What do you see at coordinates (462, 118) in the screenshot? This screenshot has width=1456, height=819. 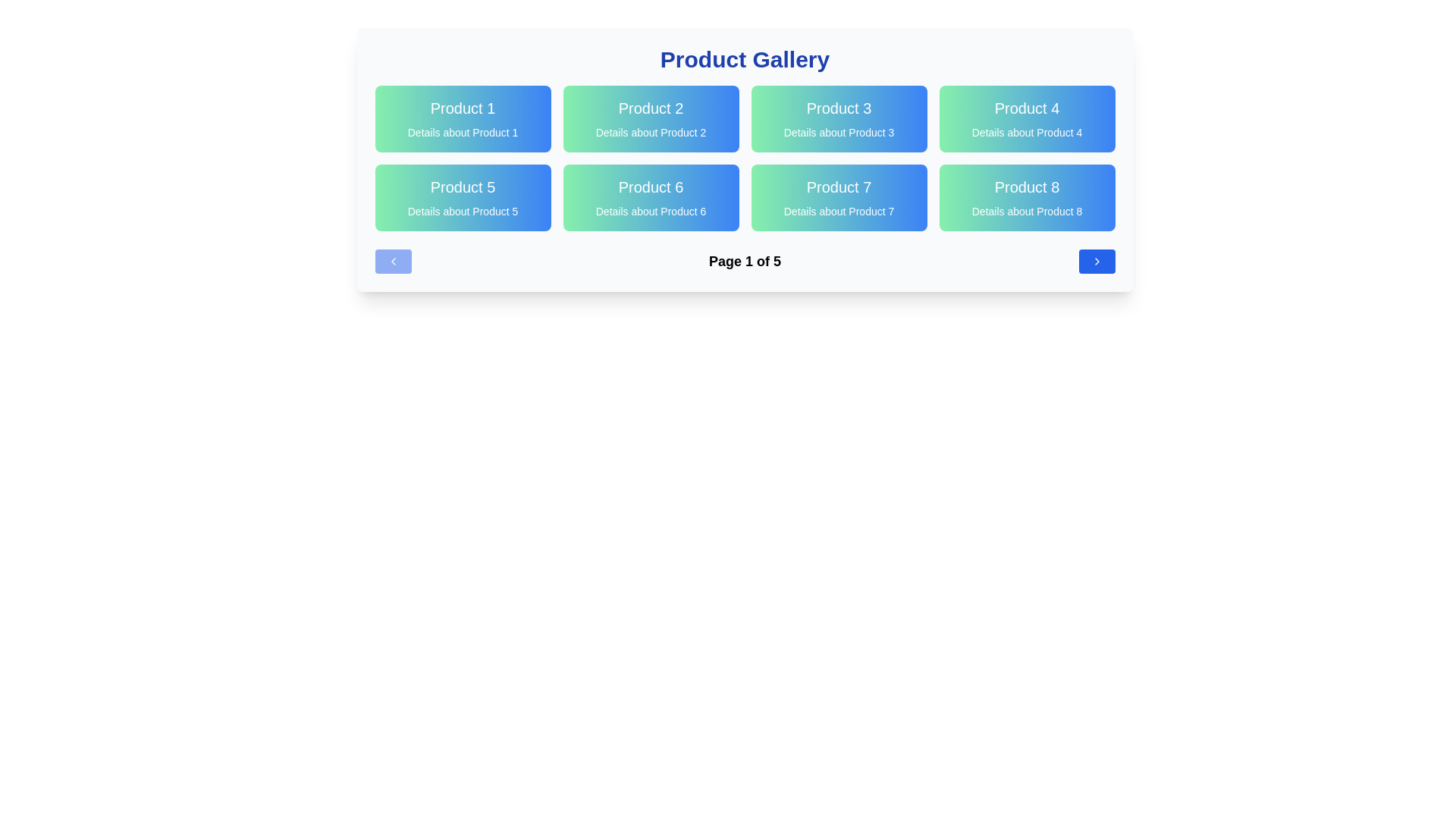 I see `the informational card titled 'Product 1', which is a rectangular card with a gradient from green to blue, containing a bold title at the top and a description below` at bounding box center [462, 118].